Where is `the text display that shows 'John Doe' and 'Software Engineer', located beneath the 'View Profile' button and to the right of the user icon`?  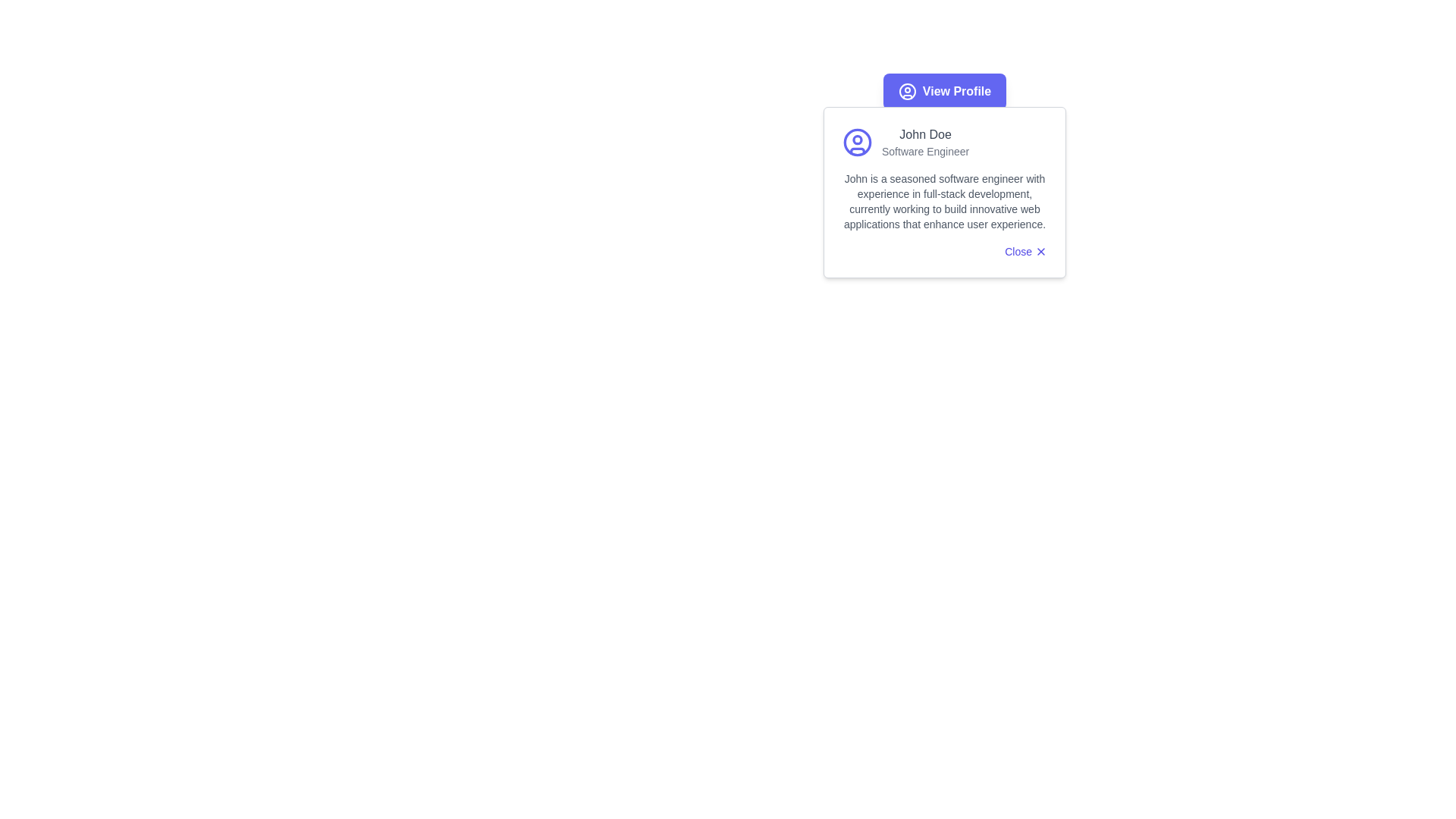
the text display that shows 'John Doe' and 'Software Engineer', located beneath the 'View Profile' button and to the right of the user icon is located at coordinates (924, 143).